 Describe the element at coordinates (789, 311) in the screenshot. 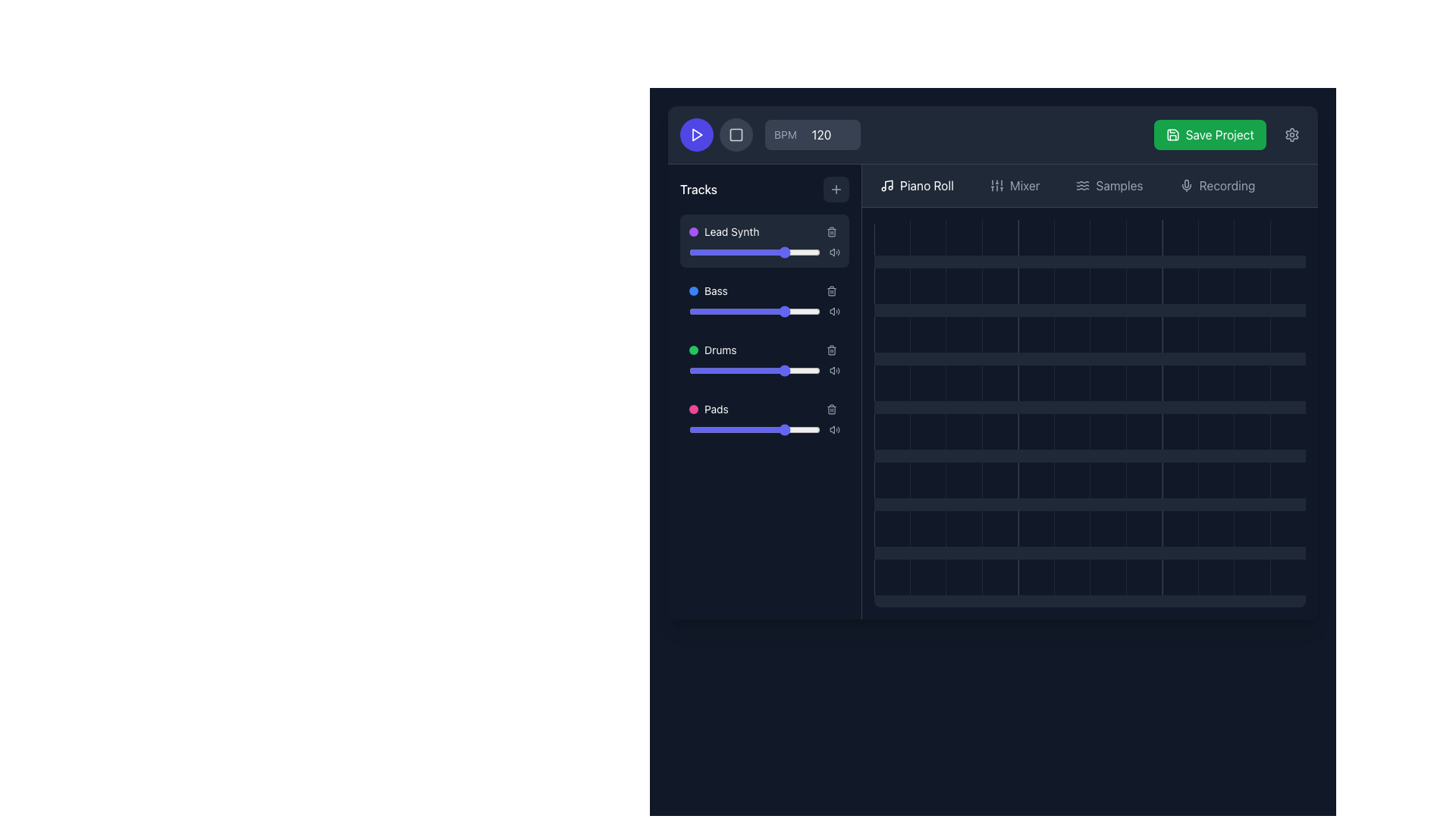

I see `the slider` at that location.